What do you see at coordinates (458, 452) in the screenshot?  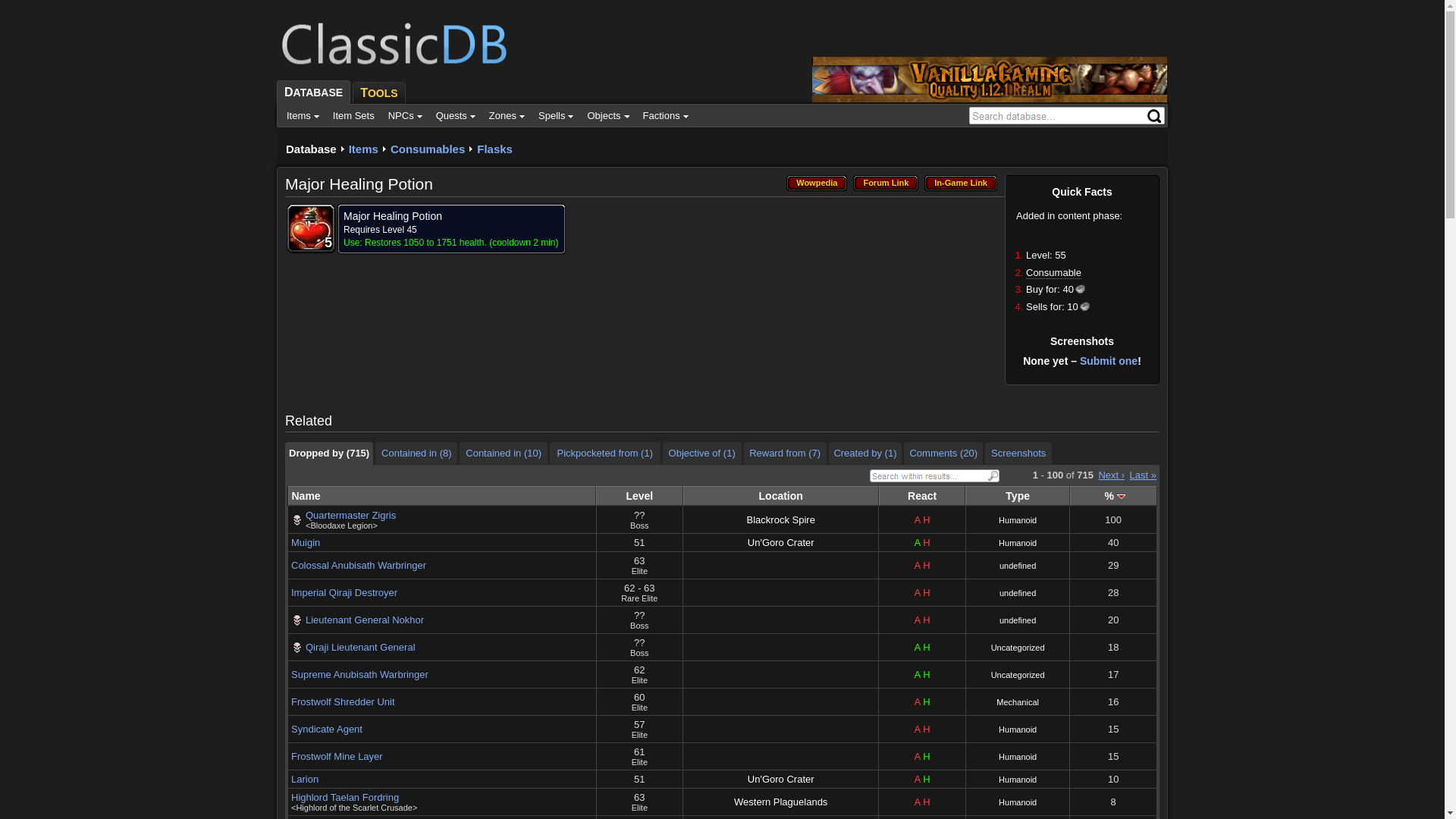 I see `'Contained in (10)'` at bounding box center [458, 452].